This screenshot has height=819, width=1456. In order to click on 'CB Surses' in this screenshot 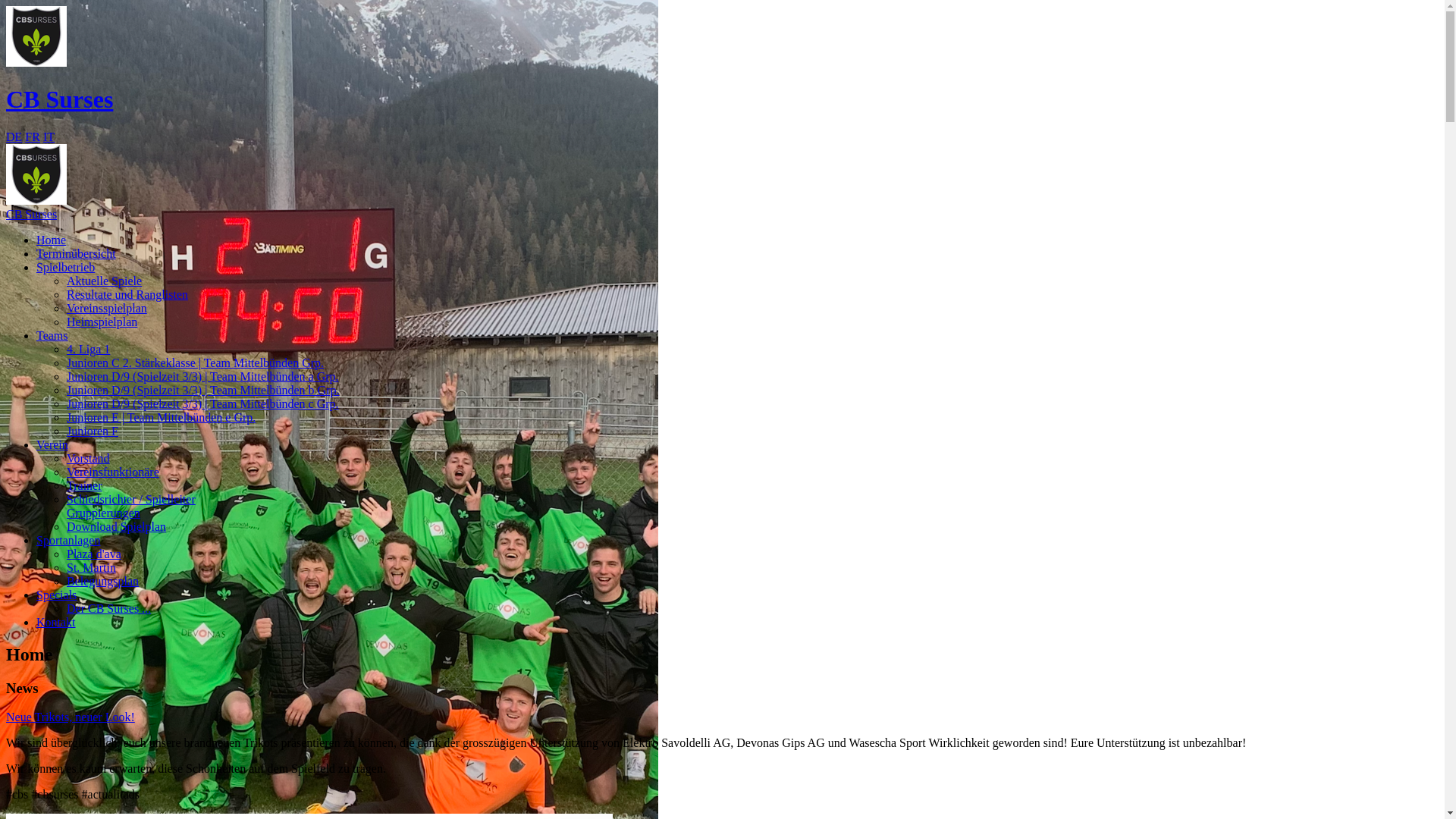, I will do `click(36, 35)`.